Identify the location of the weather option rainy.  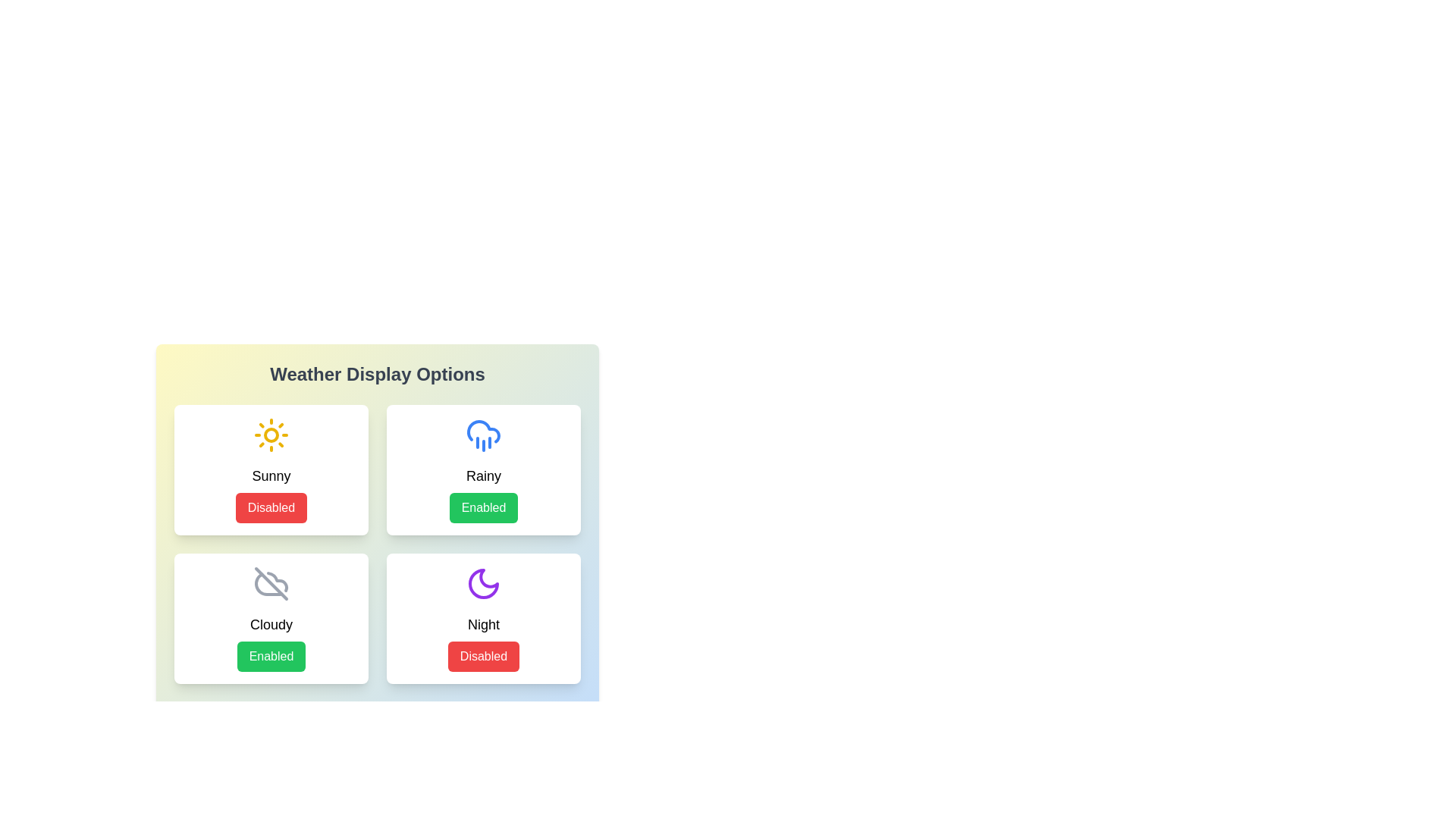
(483, 469).